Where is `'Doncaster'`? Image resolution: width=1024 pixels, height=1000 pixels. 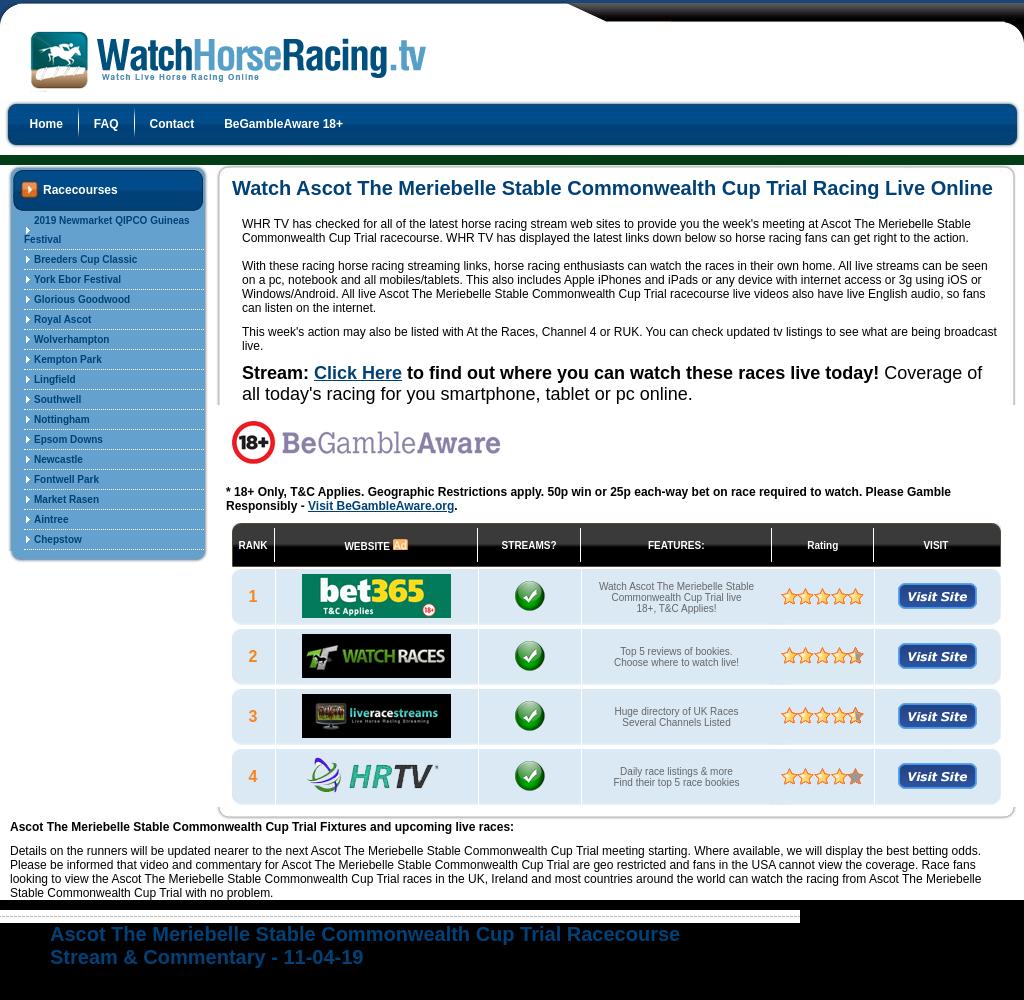 'Doncaster' is located at coordinates (56, 598).